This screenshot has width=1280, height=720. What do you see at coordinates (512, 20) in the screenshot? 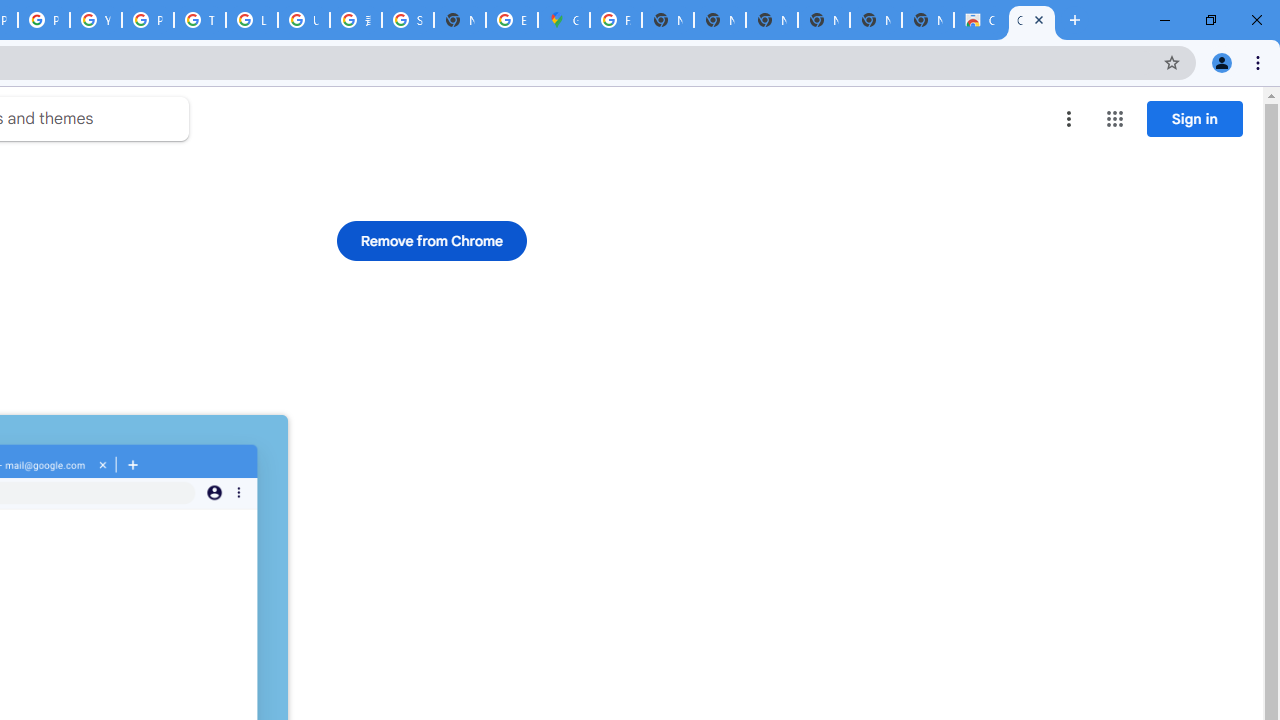
I see `'Explore new street-level details - Google Maps Help'` at bounding box center [512, 20].